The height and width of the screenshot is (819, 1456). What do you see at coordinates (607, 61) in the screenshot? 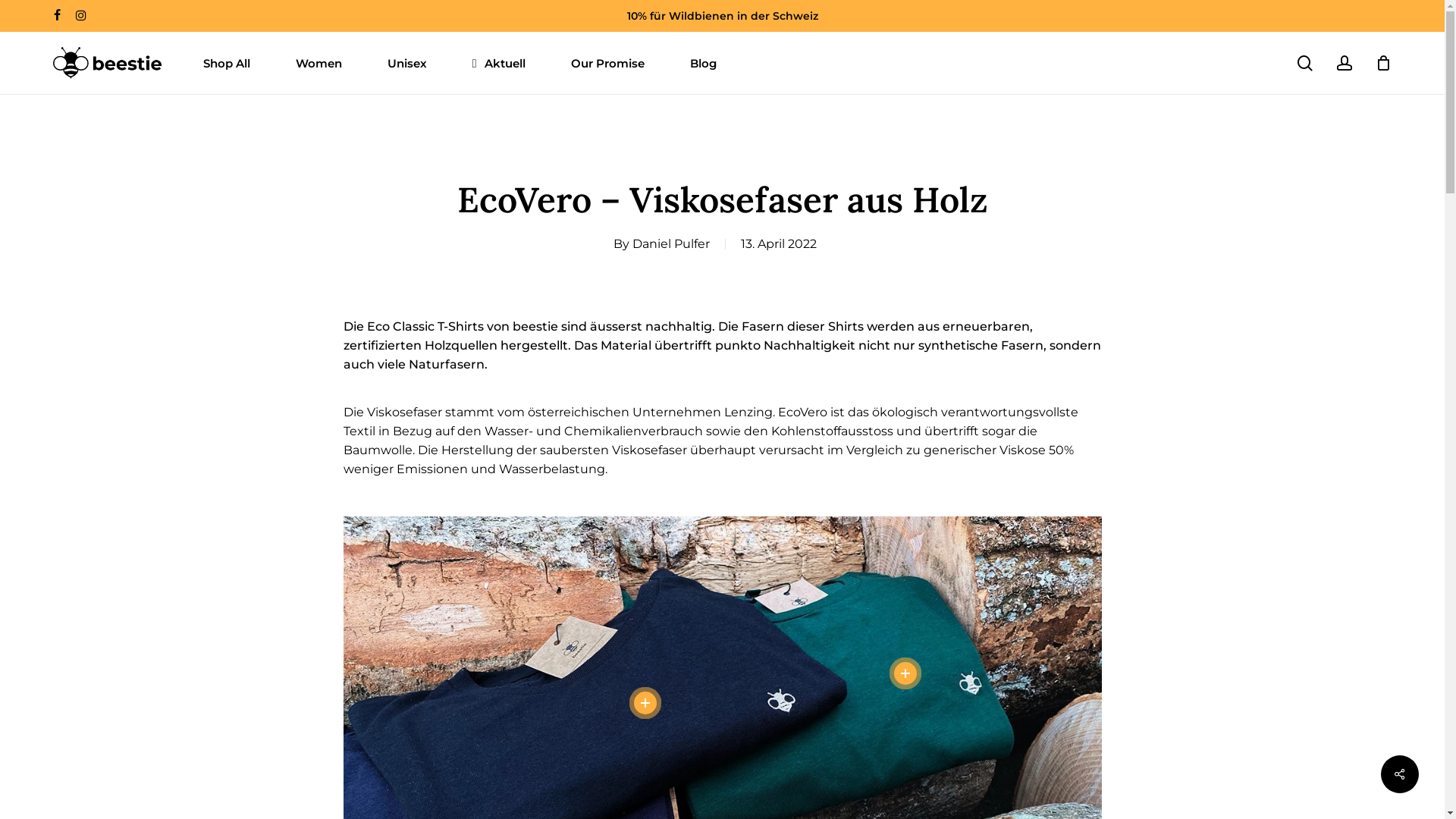
I see `'Our Promise'` at bounding box center [607, 61].